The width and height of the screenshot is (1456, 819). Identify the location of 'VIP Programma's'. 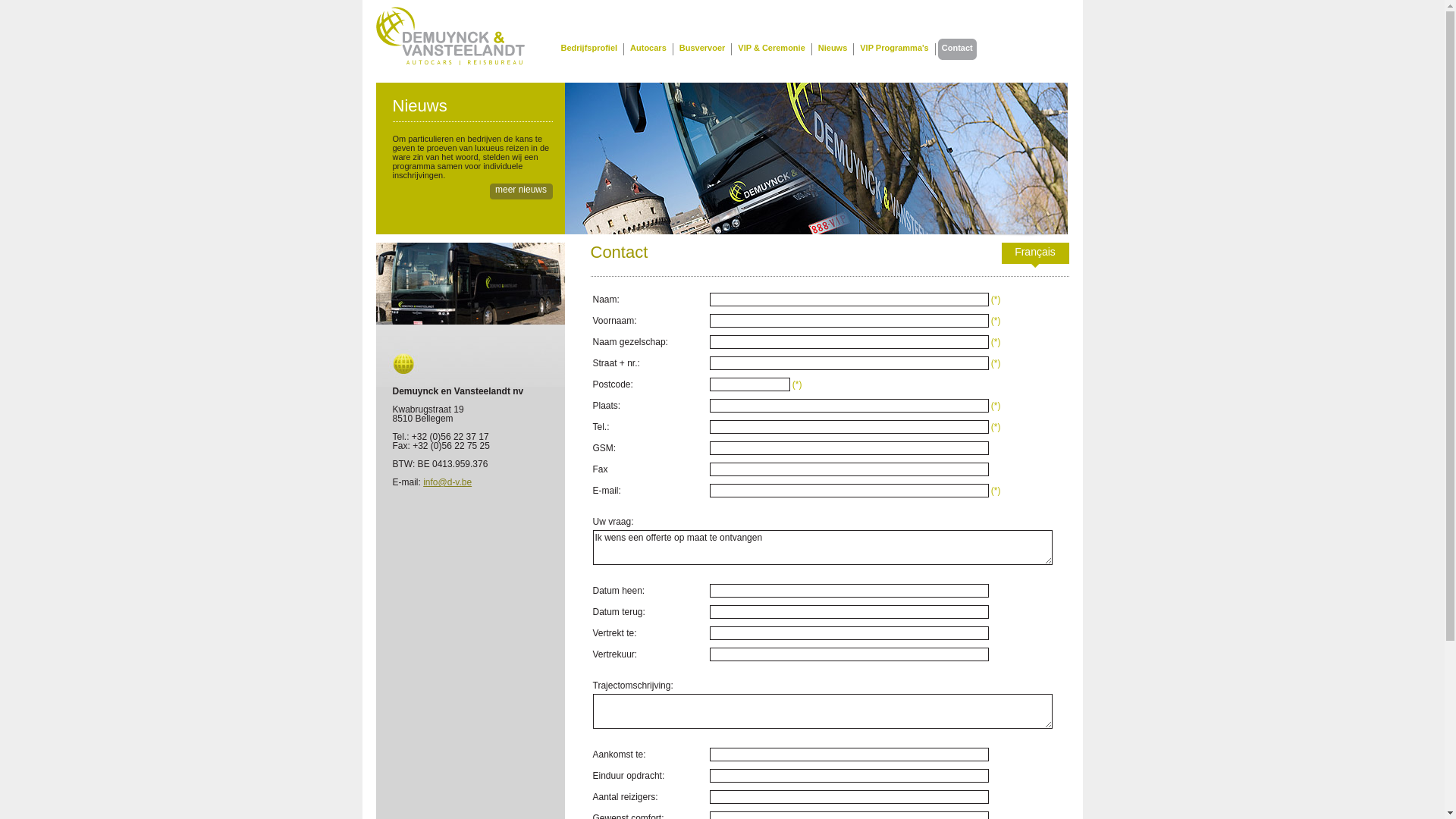
(894, 49).